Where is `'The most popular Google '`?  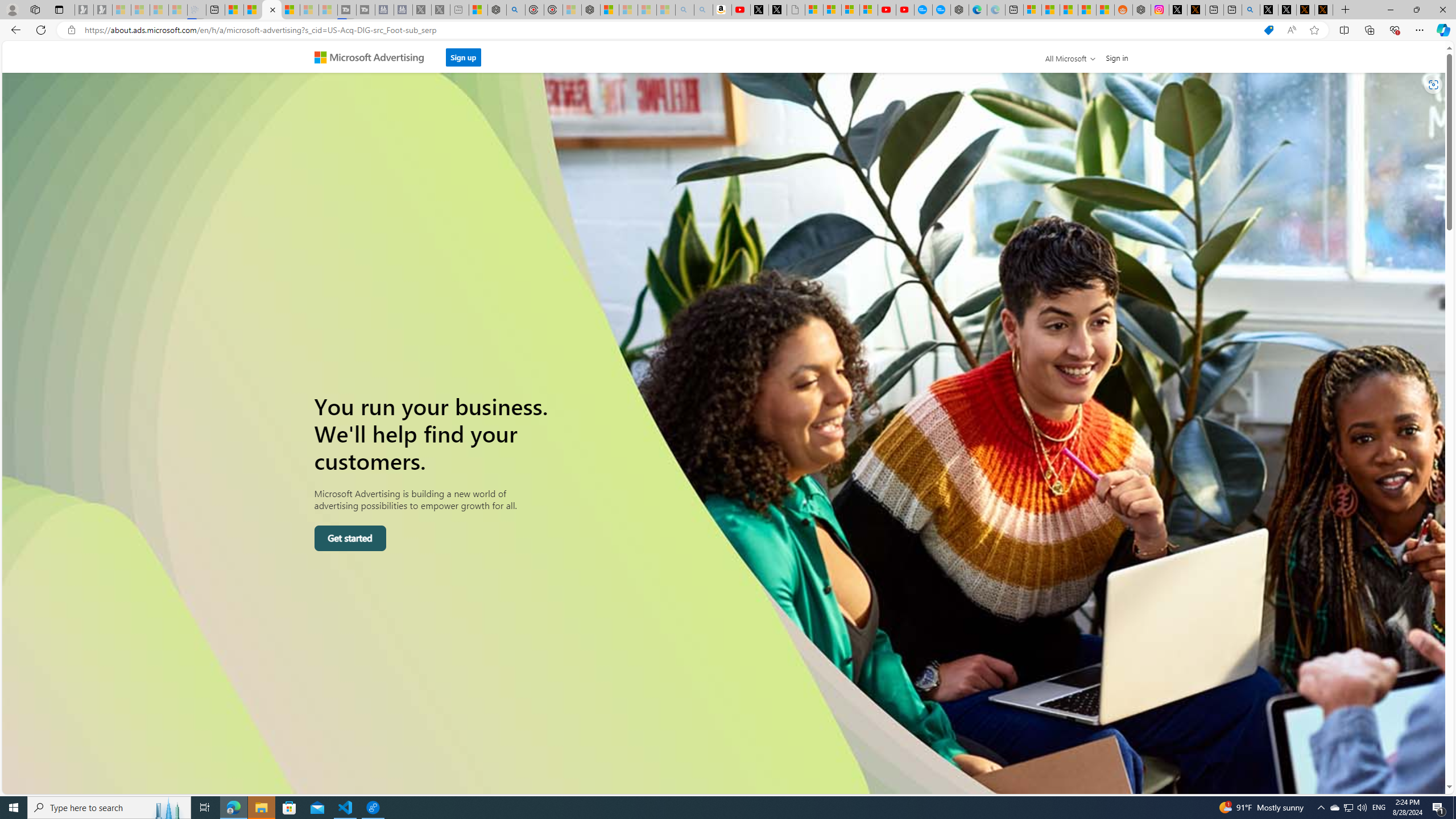 'The most popular Google ' is located at coordinates (941, 9).